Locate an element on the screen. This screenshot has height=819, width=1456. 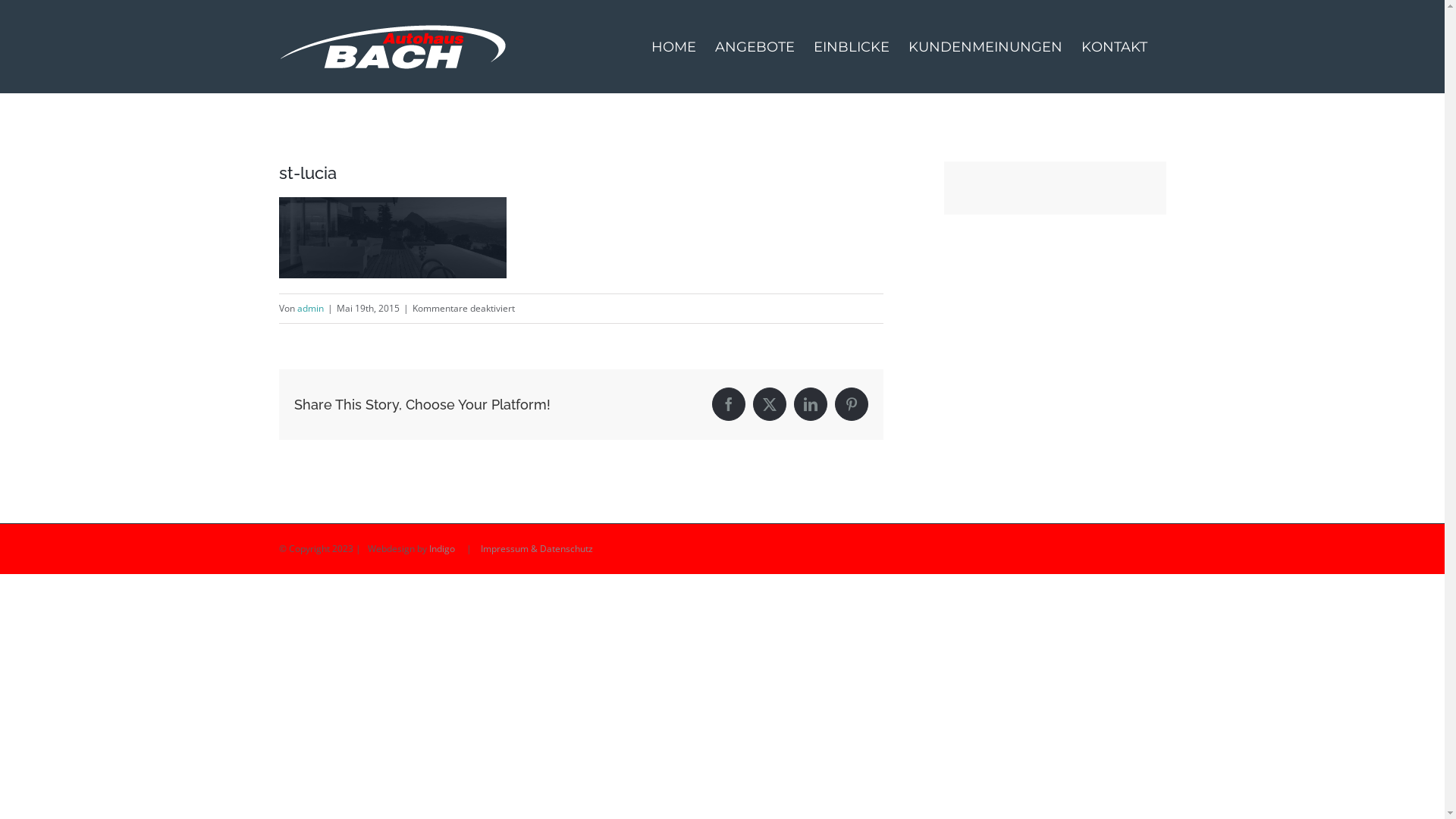
'Pinterest' is located at coordinates (852, 403).